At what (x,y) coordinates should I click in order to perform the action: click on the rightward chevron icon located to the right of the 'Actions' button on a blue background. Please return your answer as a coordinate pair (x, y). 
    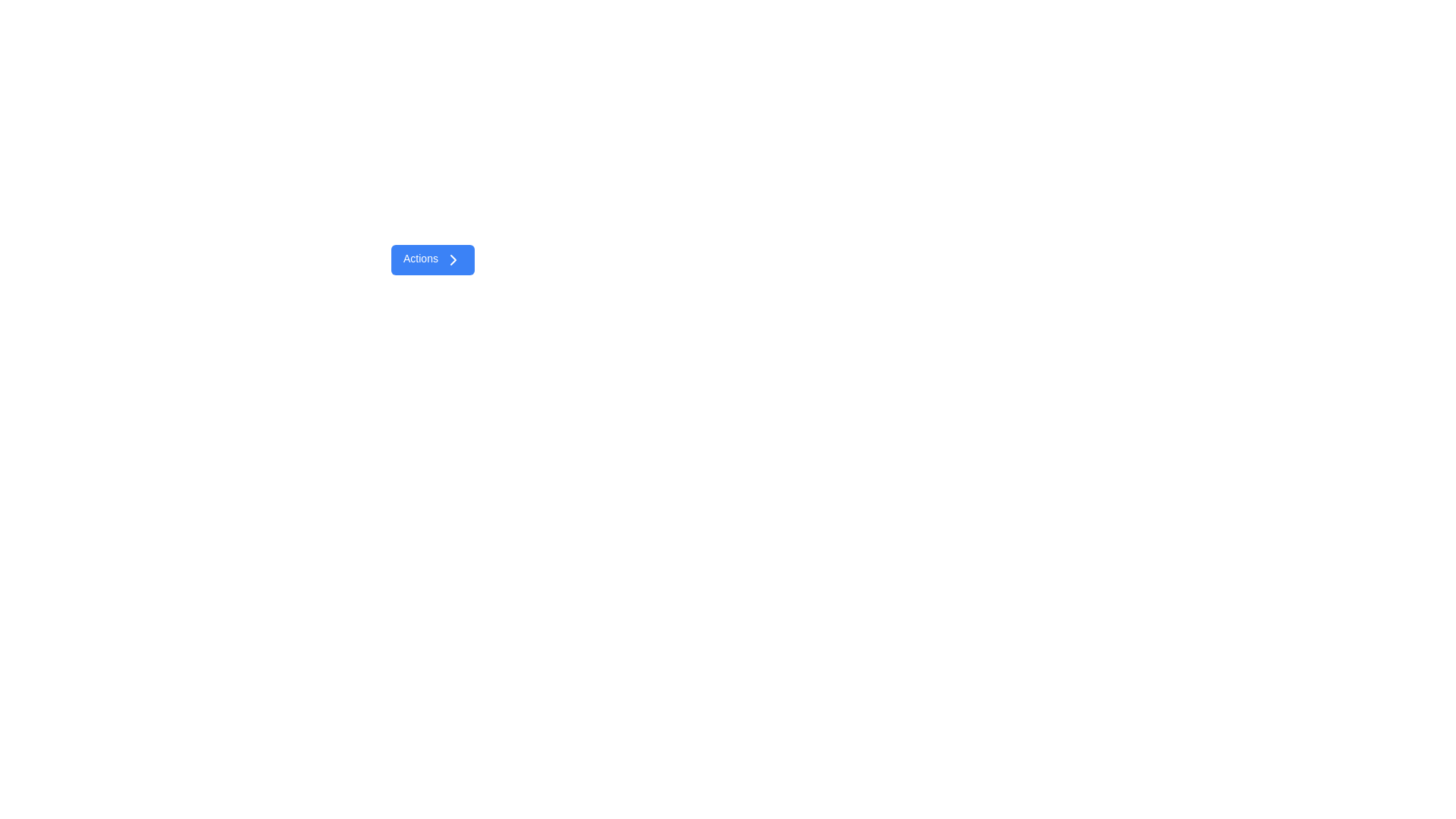
    Looking at the image, I should click on (452, 259).